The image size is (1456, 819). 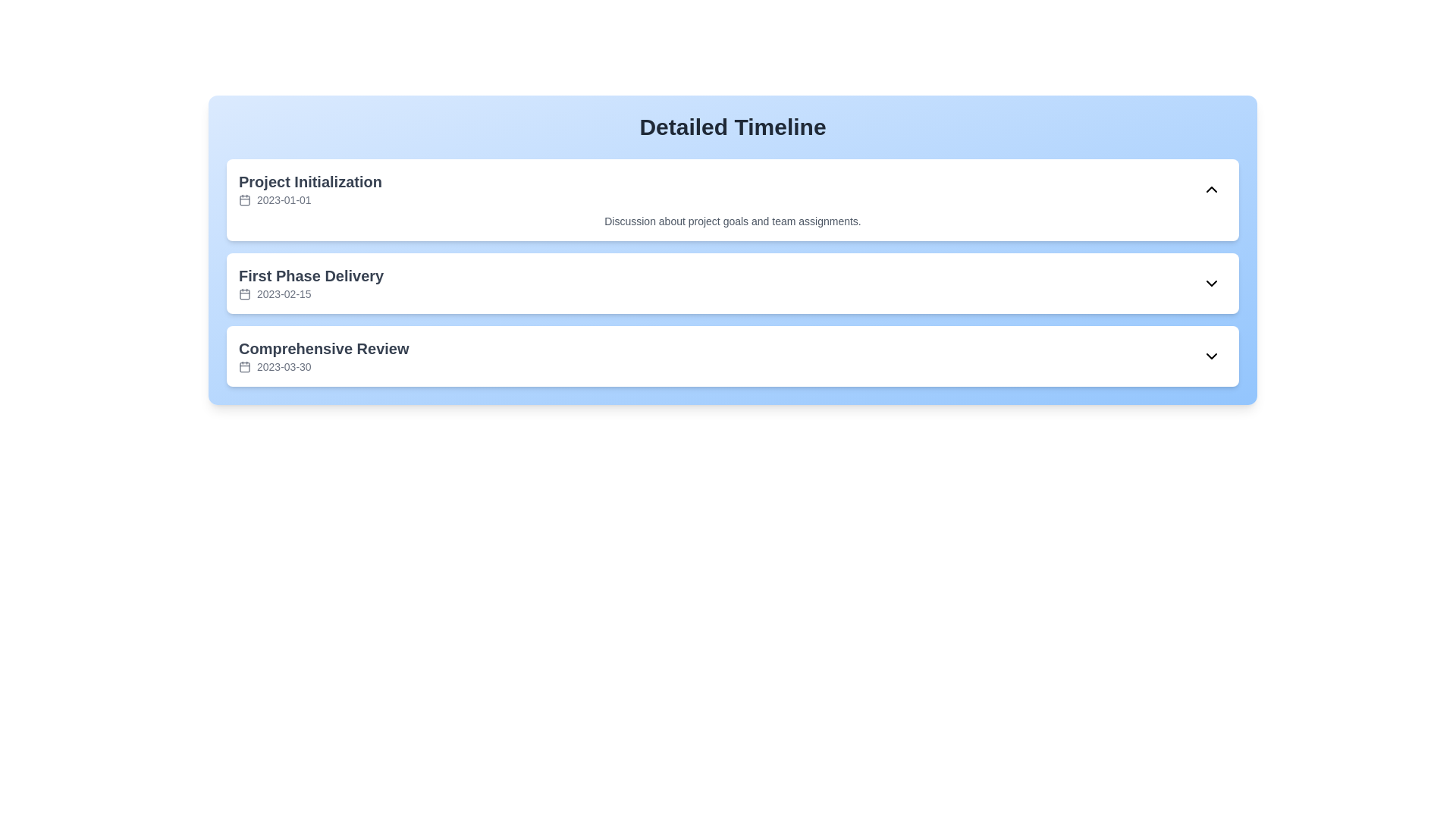 What do you see at coordinates (1211, 189) in the screenshot?
I see `the upward-pointing black triangular icon` at bounding box center [1211, 189].